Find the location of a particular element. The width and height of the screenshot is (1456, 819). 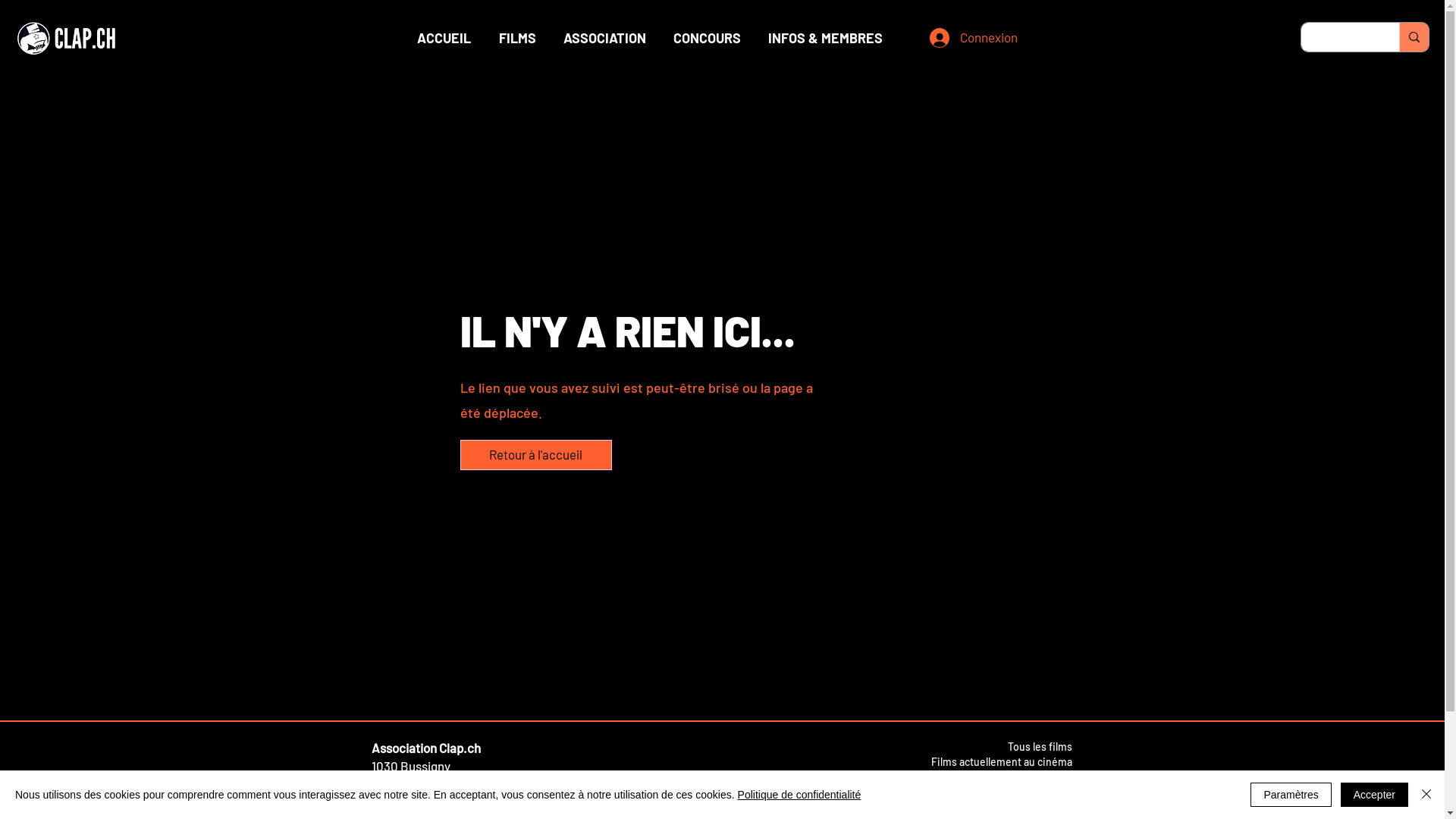

'Accepter' is located at coordinates (1374, 794).